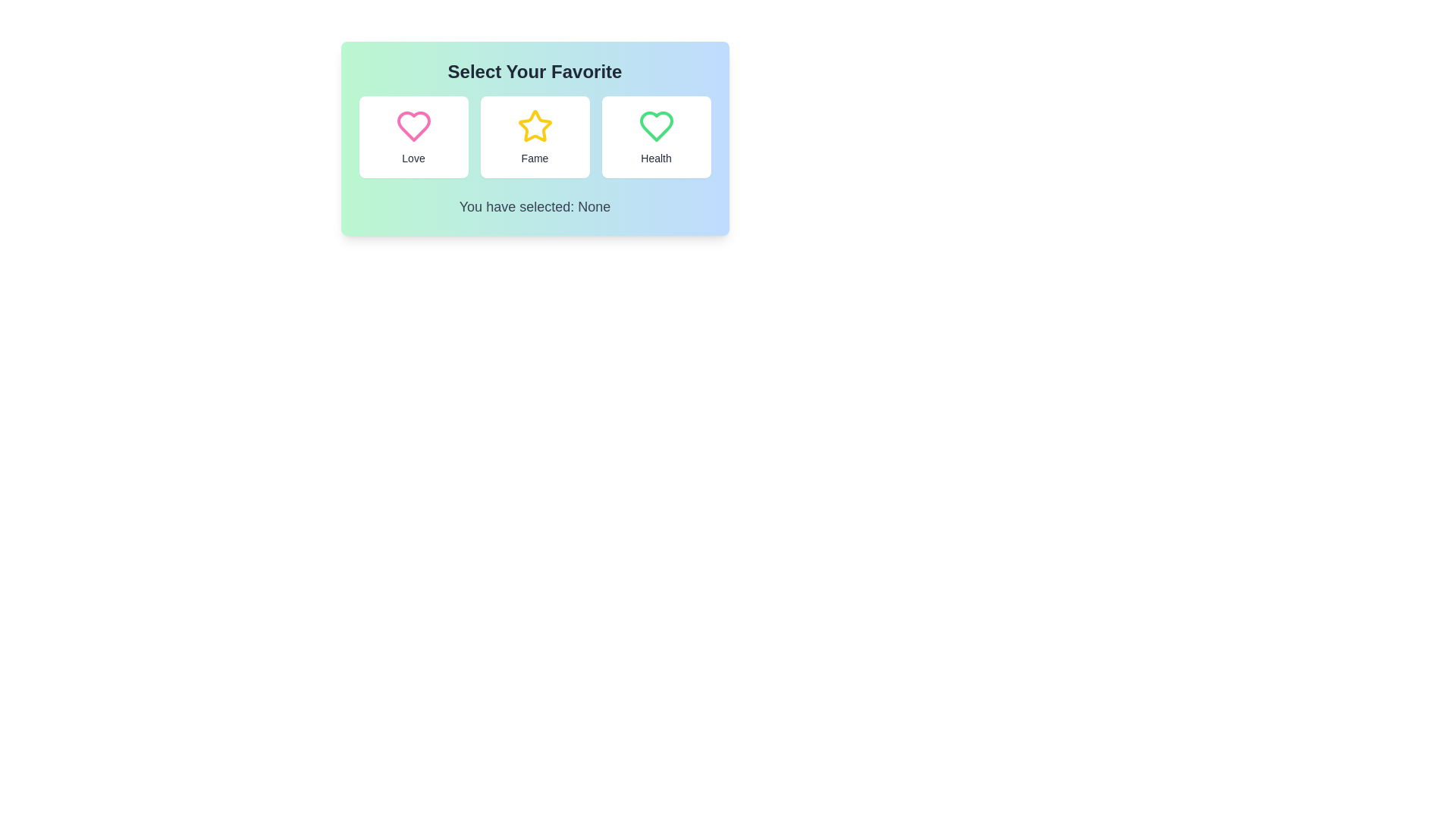 This screenshot has width=1456, height=819. What do you see at coordinates (535, 137) in the screenshot?
I see `the 'Fame' button to select it` at bounding box center [535, 137].